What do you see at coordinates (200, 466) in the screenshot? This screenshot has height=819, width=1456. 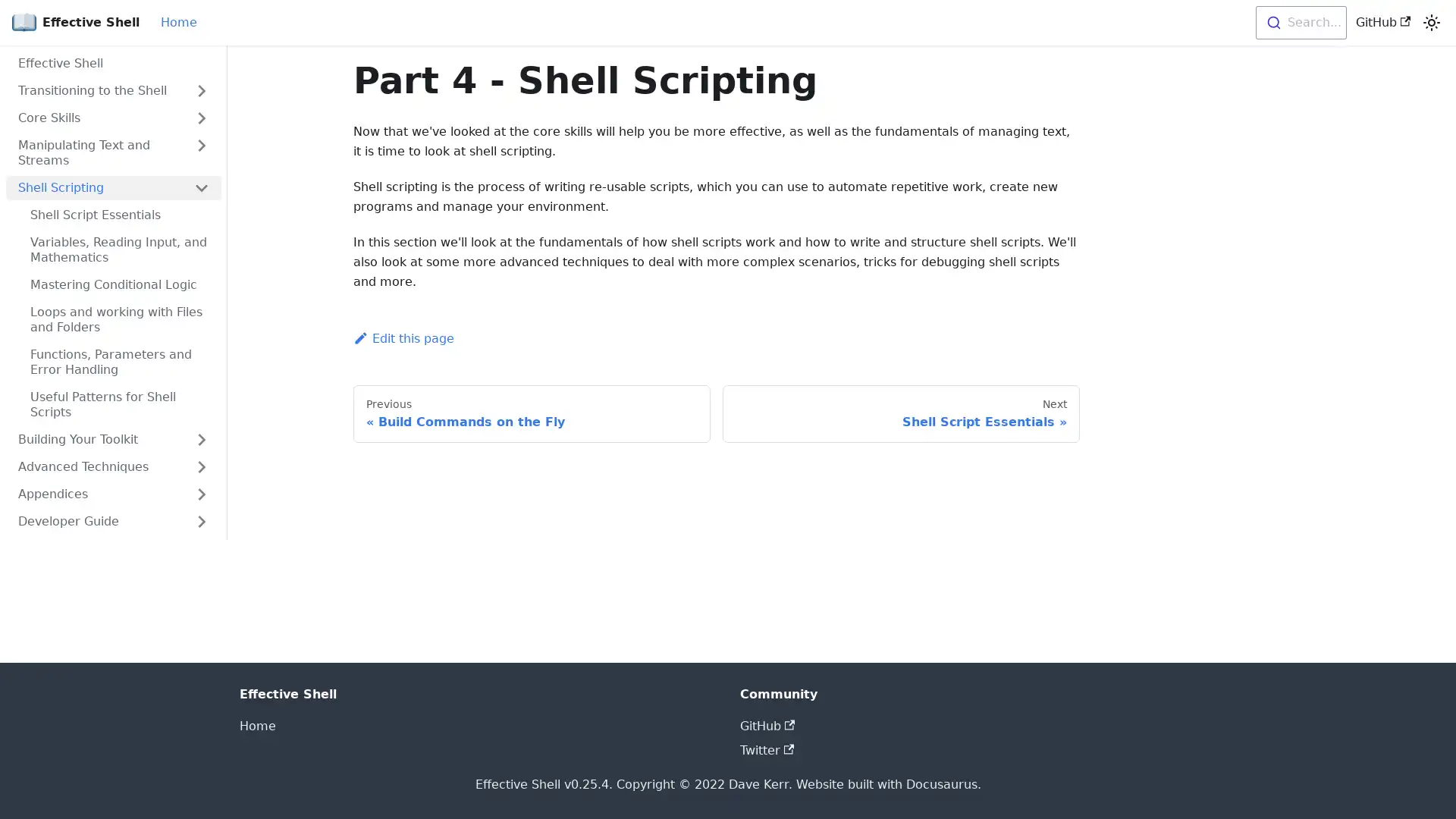 I see `Toggle the collapsible sidebar category 'Advanced Techniques'` at bounding box center [200, 466].